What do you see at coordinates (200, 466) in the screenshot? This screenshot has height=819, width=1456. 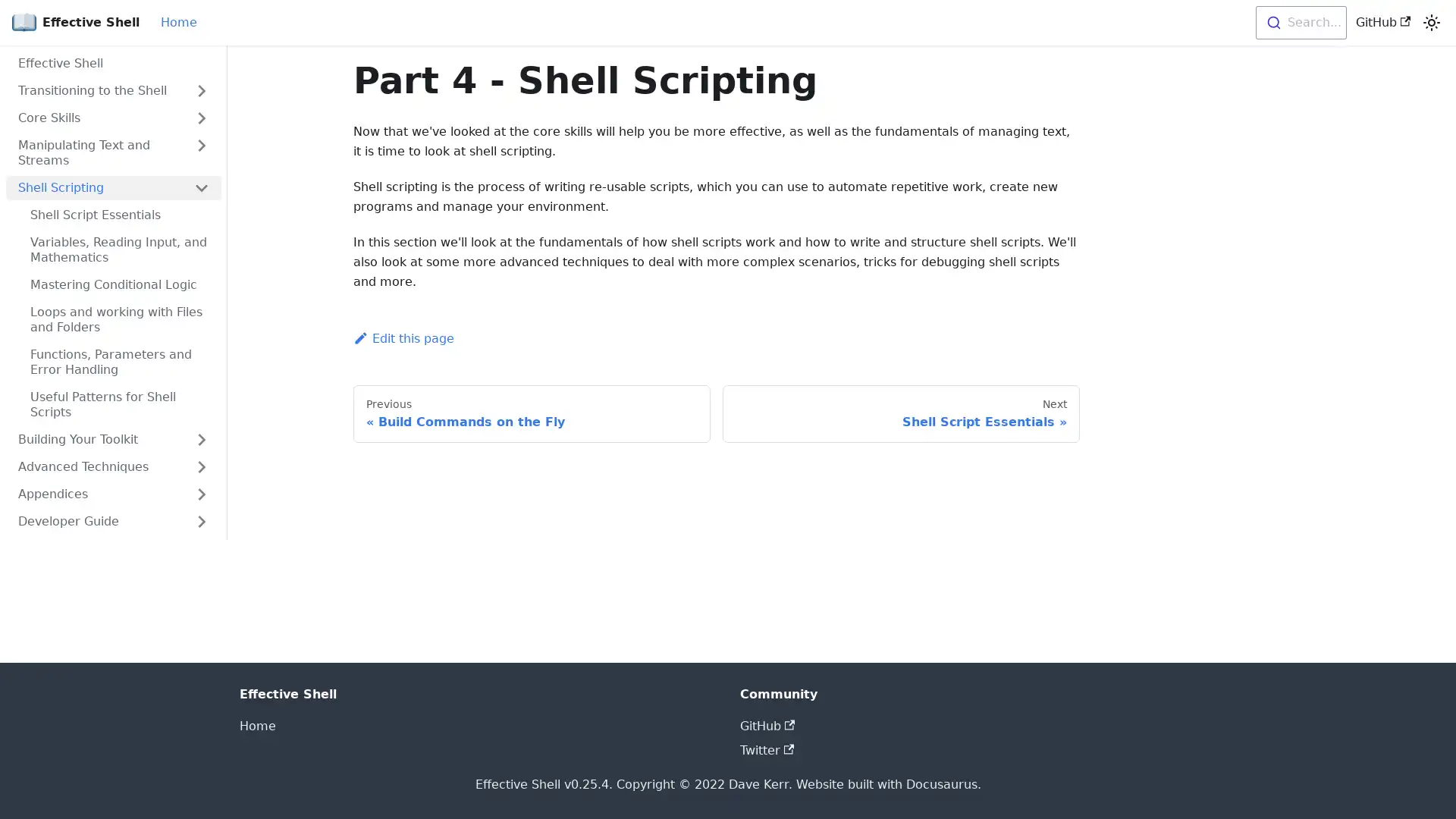 I see `Toggle the collapsible sidebar category 'Advanced Techniques'` at bounding box center [200, 466].